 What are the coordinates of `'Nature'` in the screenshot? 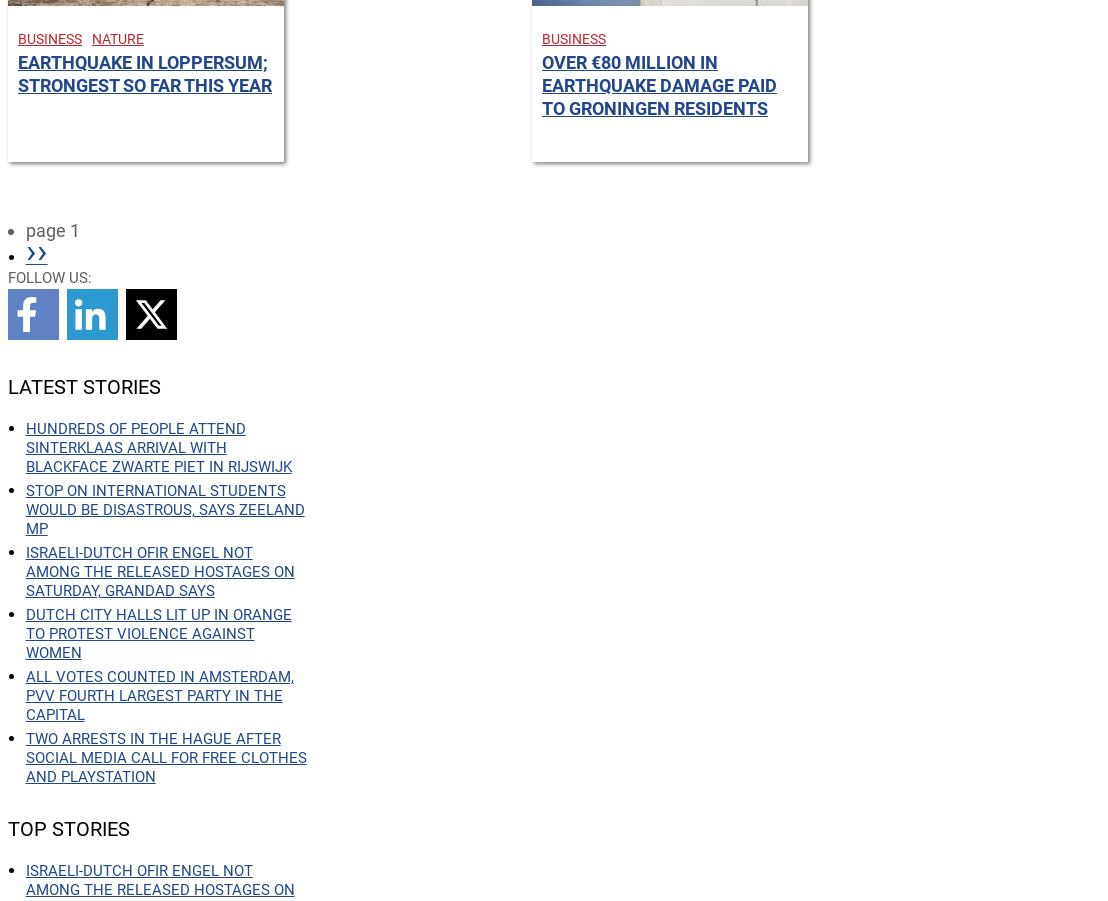 It's located at (118, 37).